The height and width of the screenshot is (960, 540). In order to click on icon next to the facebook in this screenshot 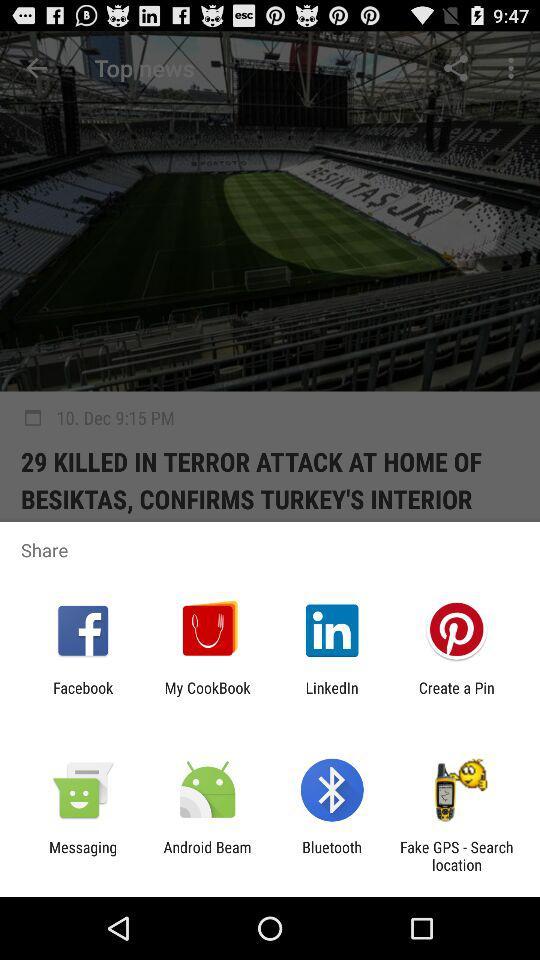, I will do `click(206, 696)`.